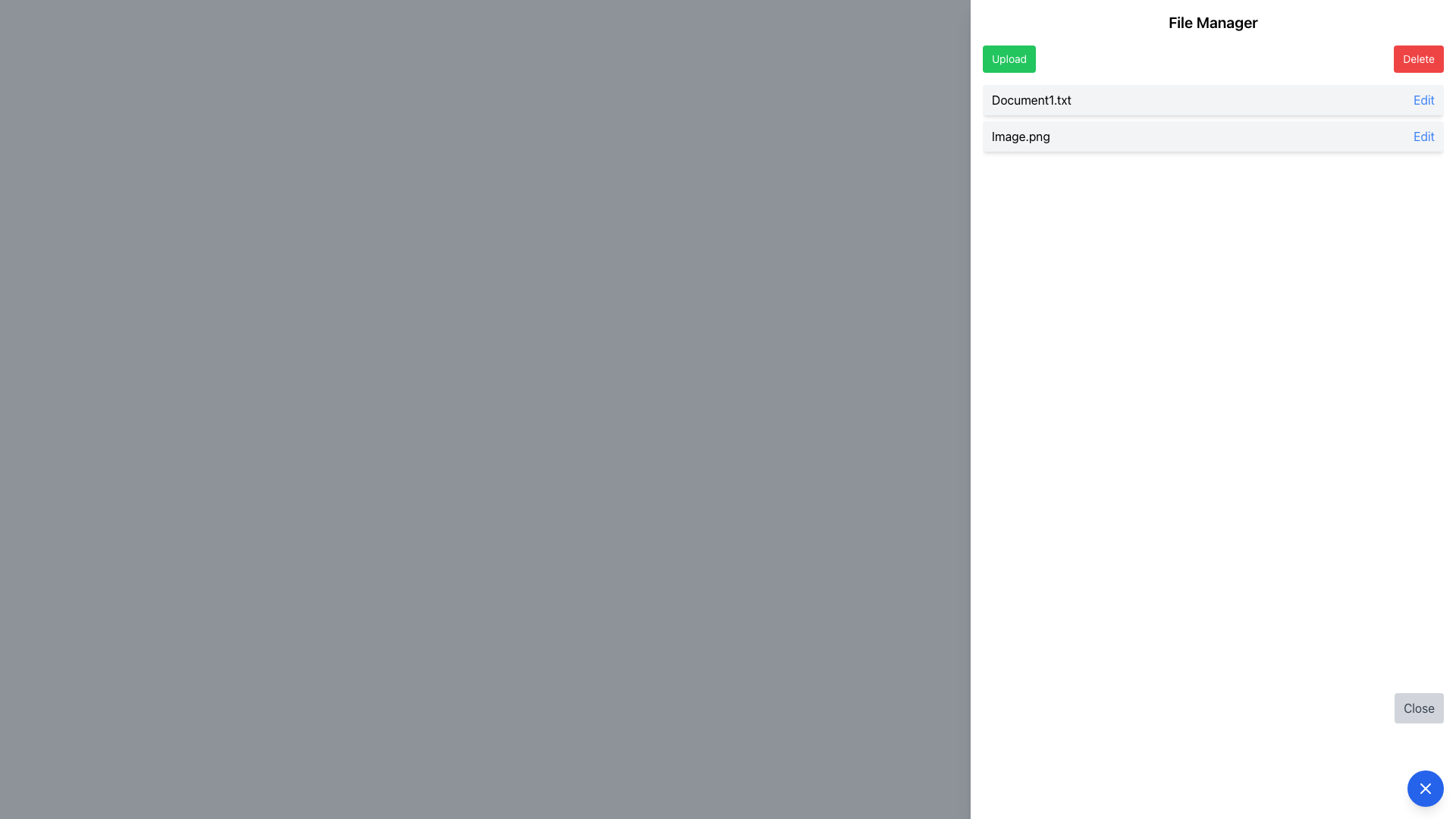 The height and width of the screenshot is (819, 1456). I want to click on the button located at the bottom-right corner of the 'File Manager' panel, so click(1212, 708).